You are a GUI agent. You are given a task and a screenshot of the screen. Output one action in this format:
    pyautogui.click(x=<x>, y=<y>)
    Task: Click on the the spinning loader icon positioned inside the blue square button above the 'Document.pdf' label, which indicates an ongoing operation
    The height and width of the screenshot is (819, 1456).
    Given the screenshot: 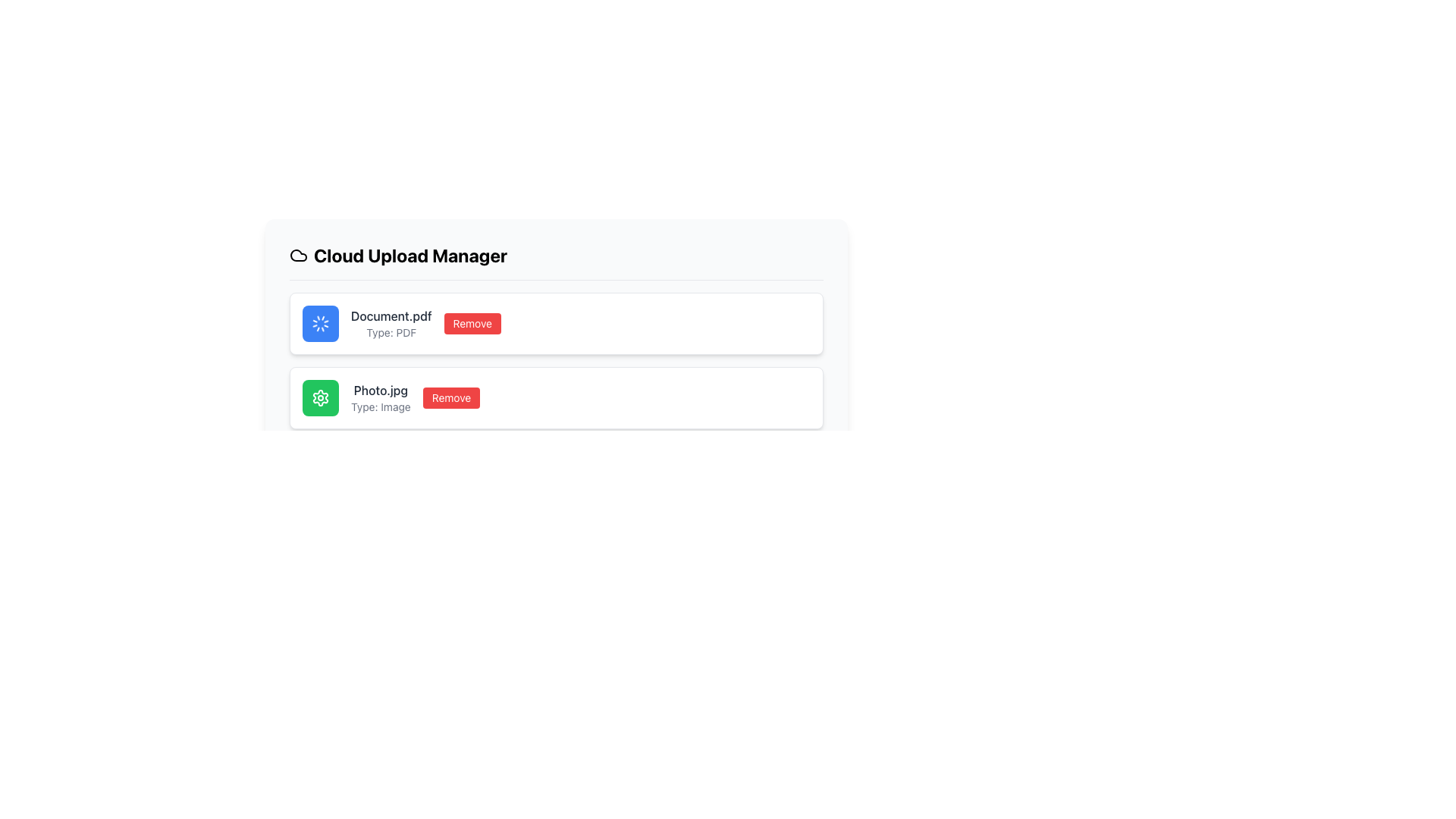 What is the action you would take?
    pyautogui.click(x=319, y=323)
    